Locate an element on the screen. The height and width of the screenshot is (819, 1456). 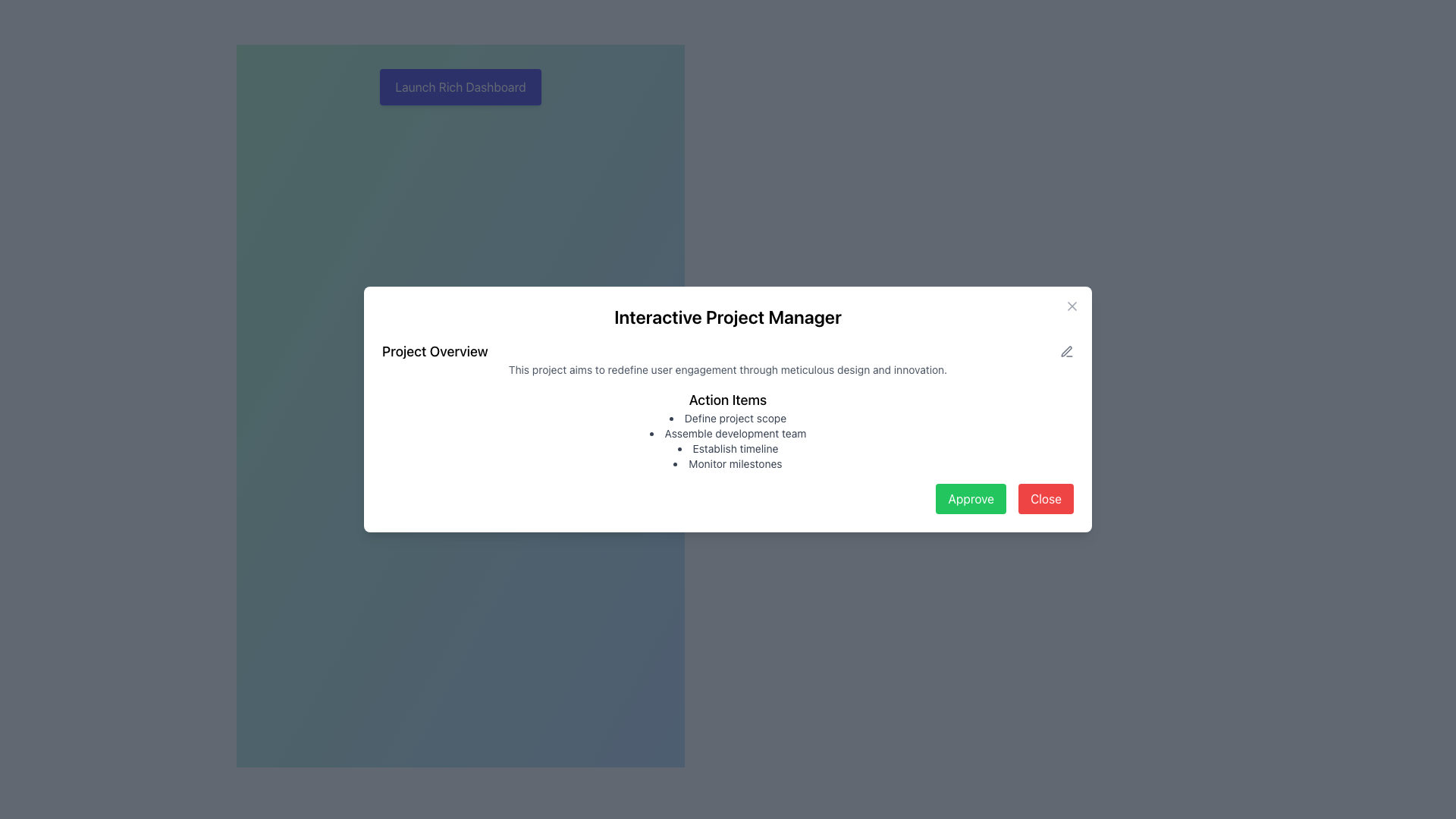
the header text label that indicates the section's content, located at the top-left corner of the card is located at coordinates (434, 351).